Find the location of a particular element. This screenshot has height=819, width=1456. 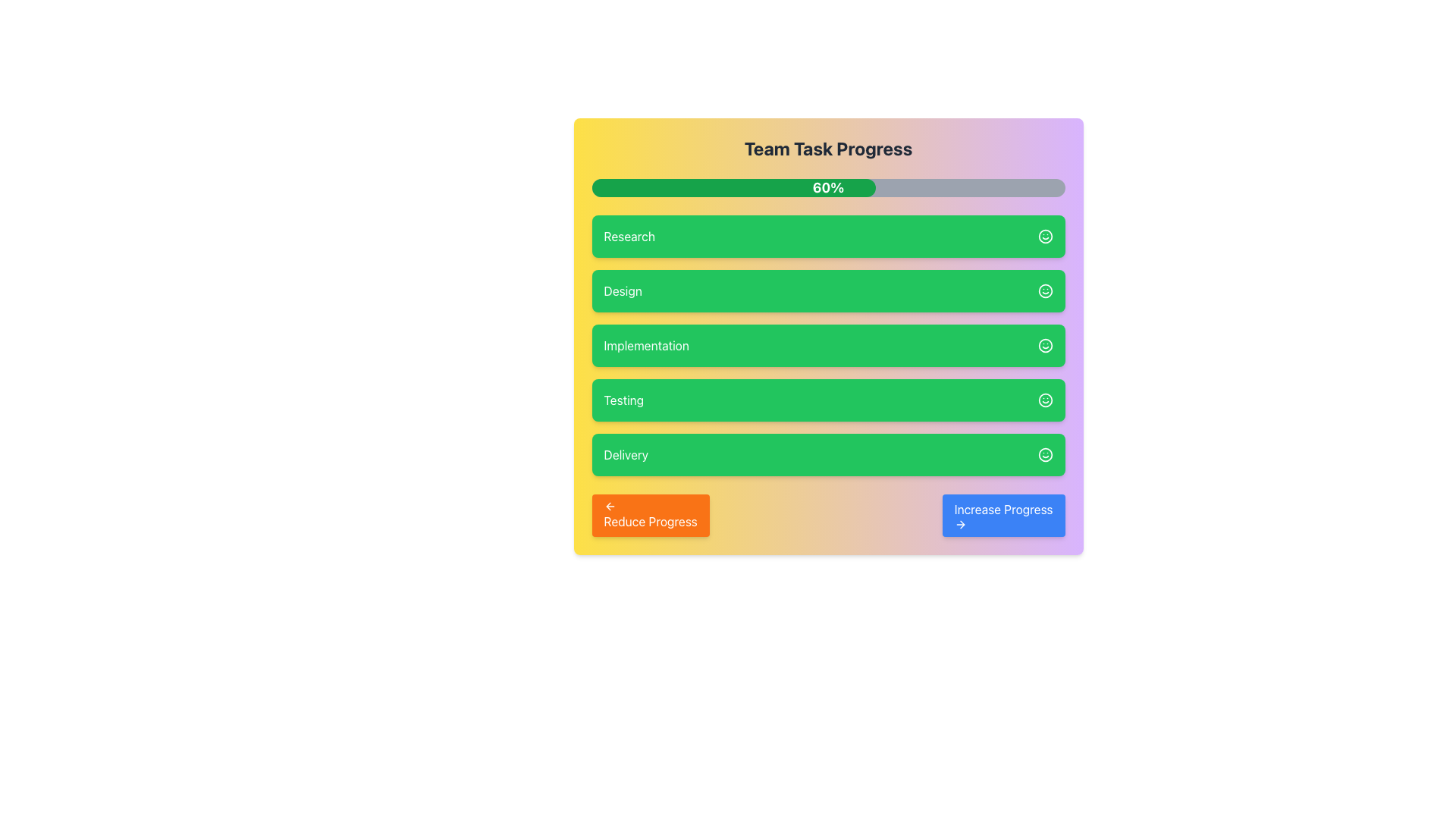

the leftward-pointing arrow icon located in the 'Reduce Progress' button, which is positioned to the left of the text label is located at coordinates (608, 506).